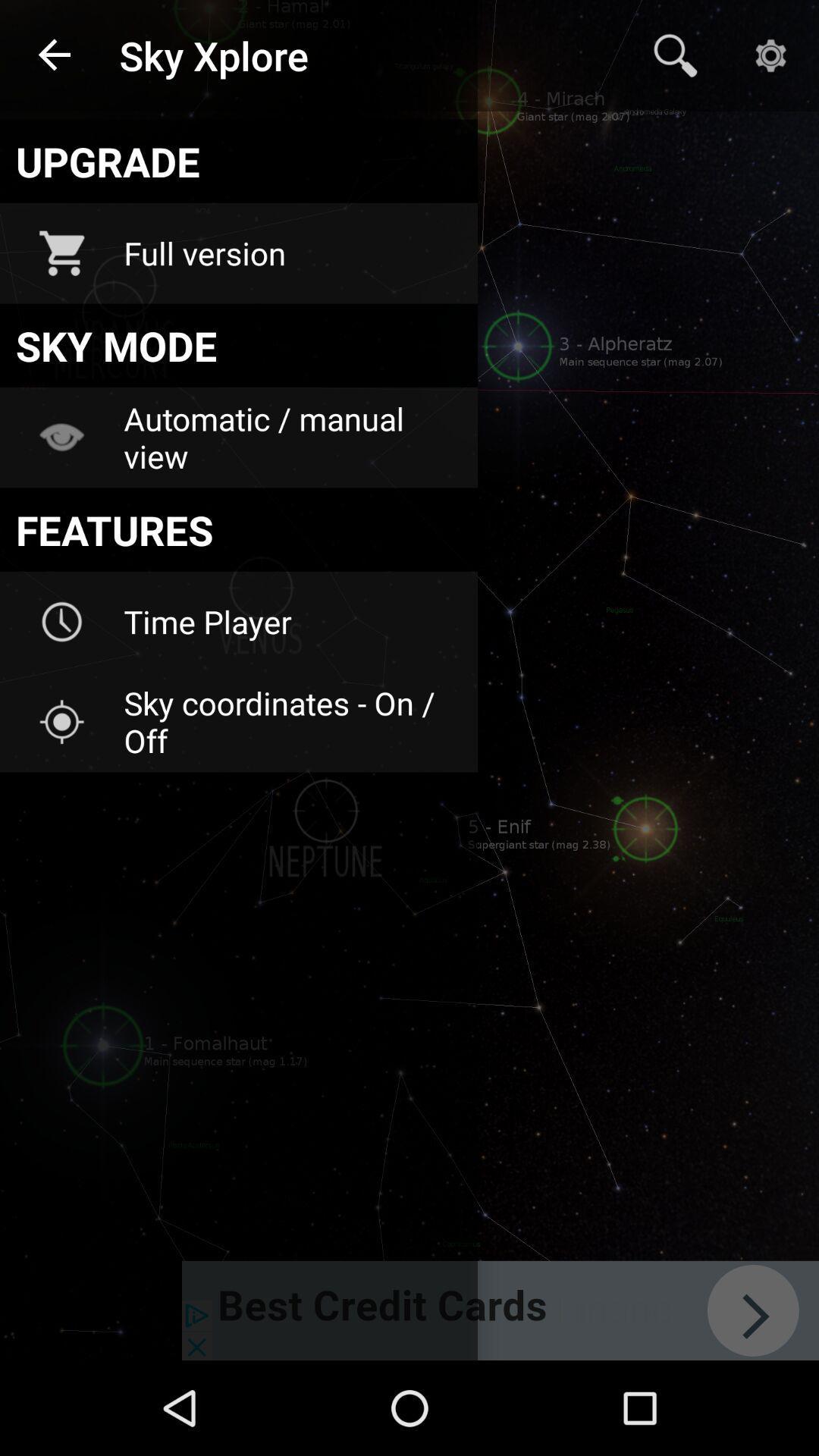  What do you see at coordinates (500, 1310) in the screenshot?
I see `open advertisement` at bounding box center [500, 1310].